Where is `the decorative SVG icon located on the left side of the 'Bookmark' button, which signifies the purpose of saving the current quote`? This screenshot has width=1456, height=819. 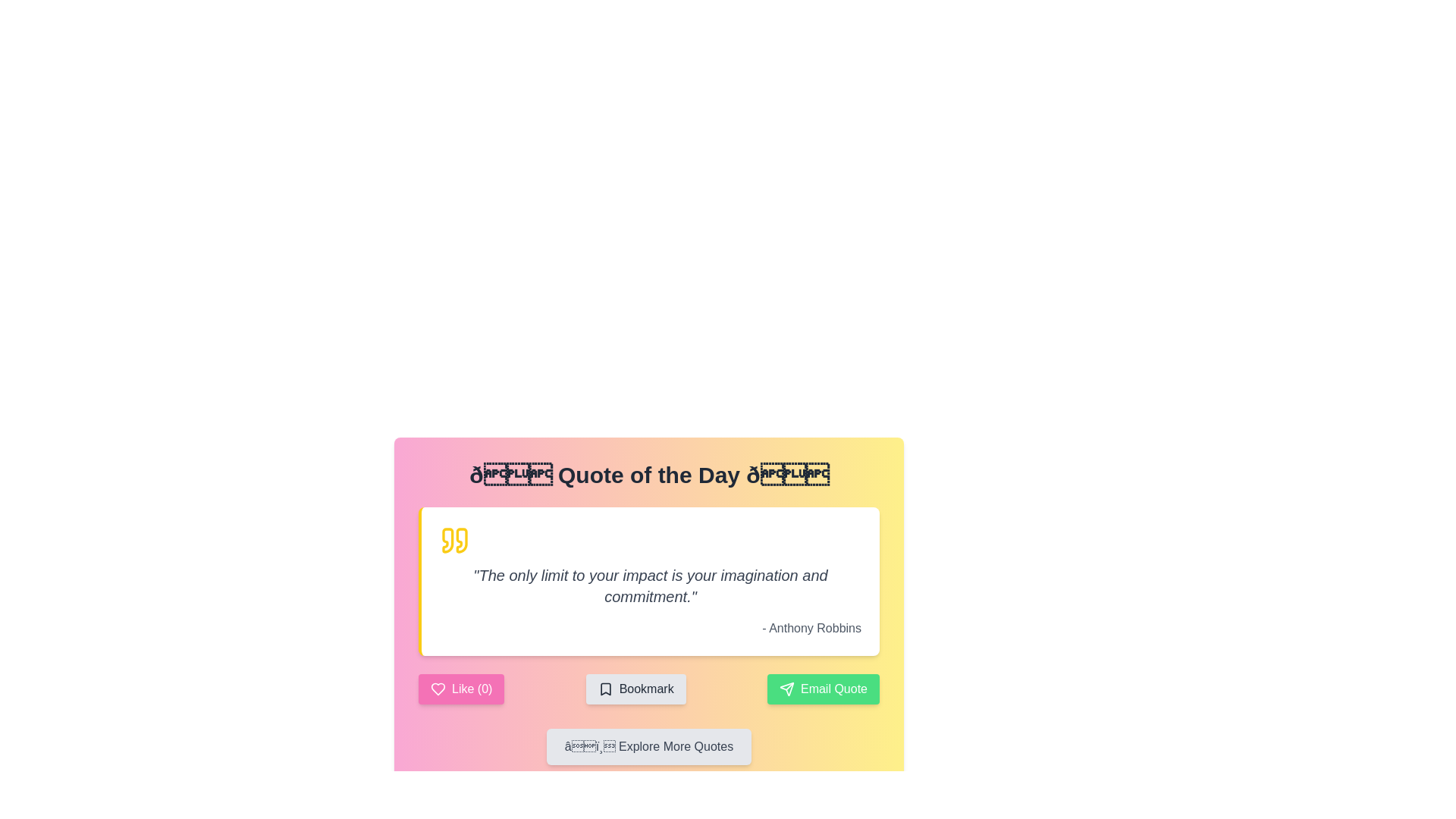
the decorative SVG icon located on the left side of the 'Bookmark' button, which signifies the purpose of saving the current quote is located at coordinates (604, 689).